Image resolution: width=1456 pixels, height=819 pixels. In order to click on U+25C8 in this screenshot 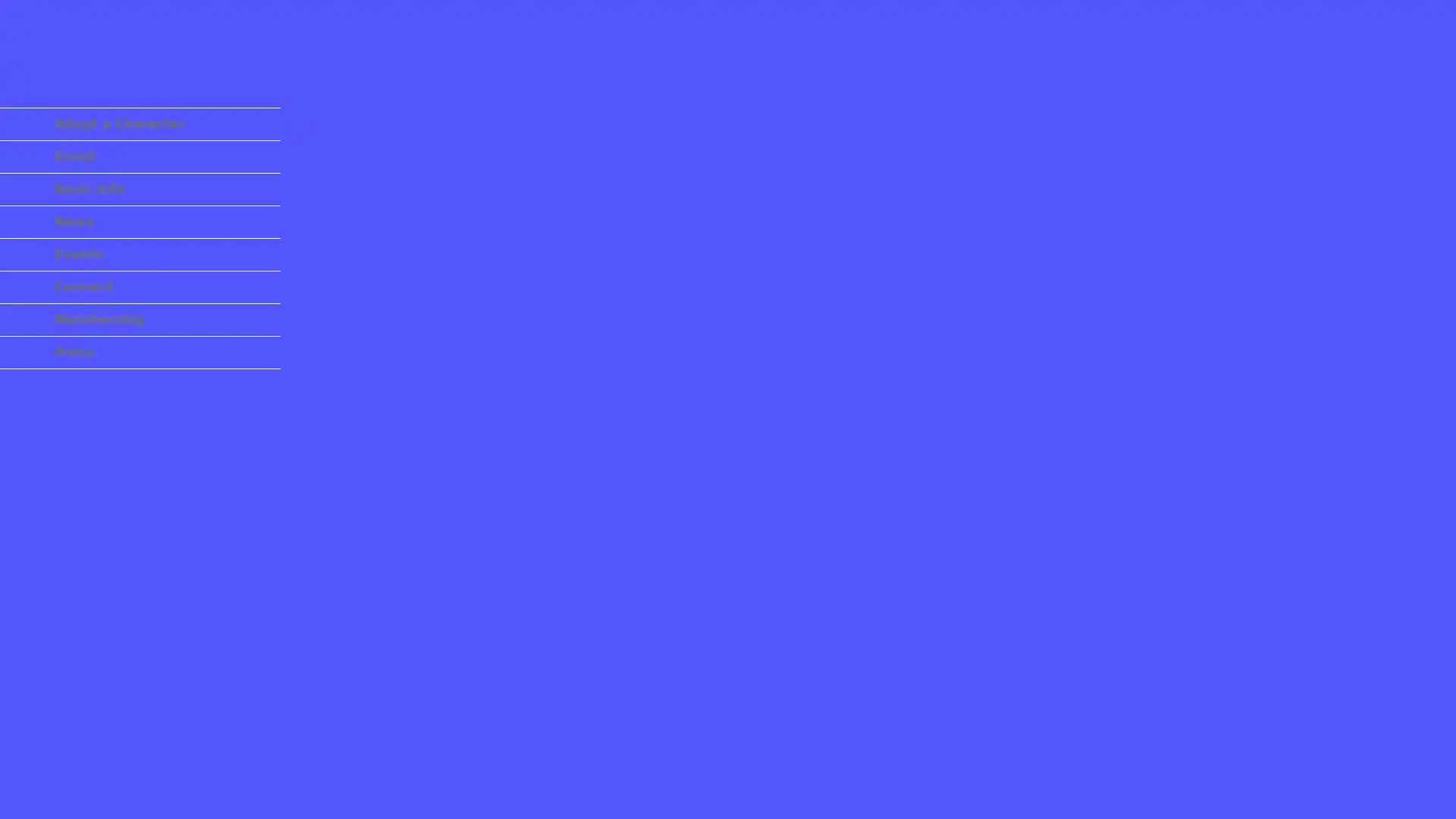, I will do `click(451, 171)`.